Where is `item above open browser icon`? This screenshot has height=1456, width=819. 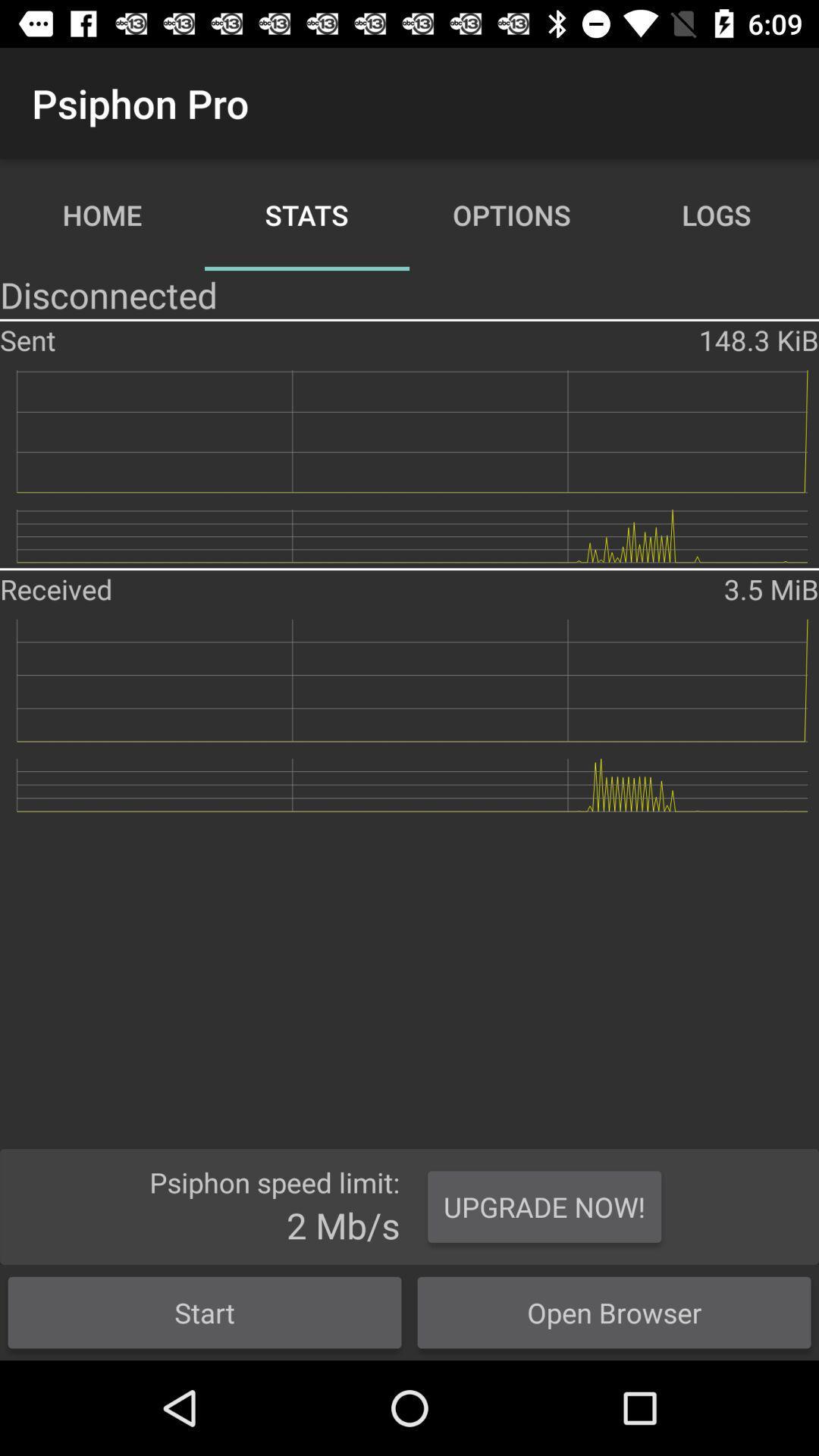
item above open browser icon is located at coordinates (544, 1206).